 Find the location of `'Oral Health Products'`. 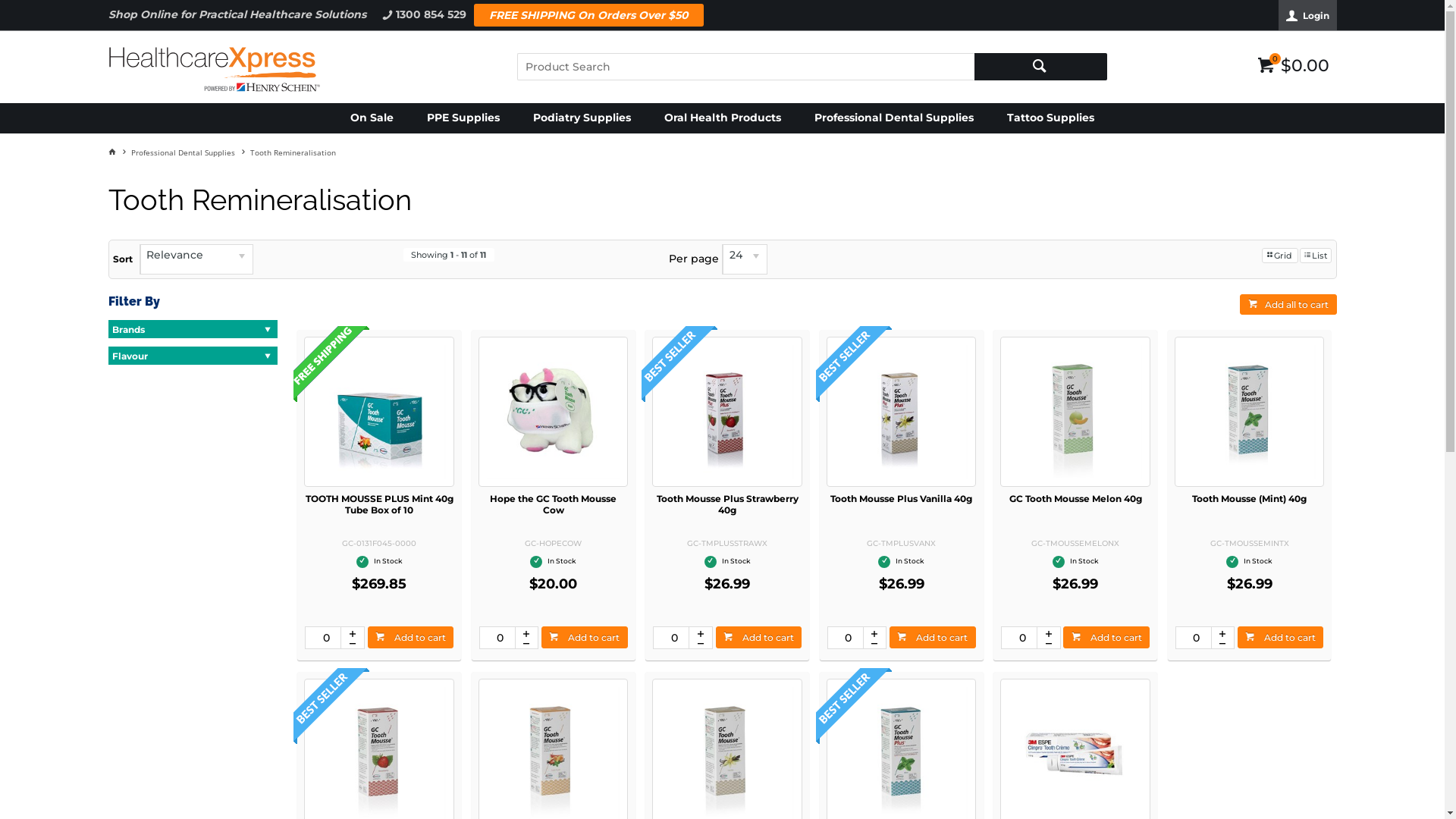

'Oral Health Products' is located at coordinates (722, 117).